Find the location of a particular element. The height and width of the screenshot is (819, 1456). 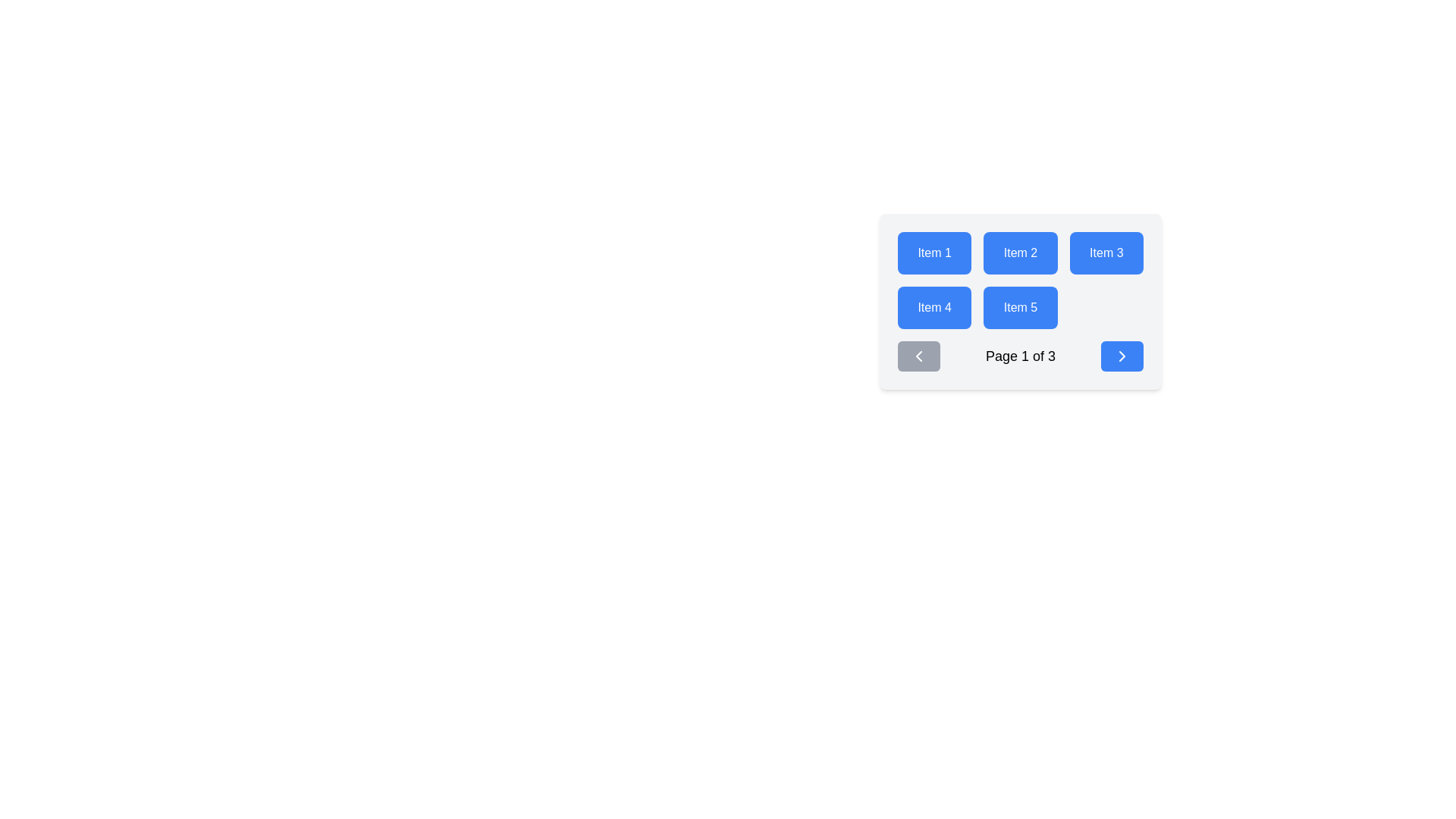

the chevron right icon is located at coordinates (1122, 356).